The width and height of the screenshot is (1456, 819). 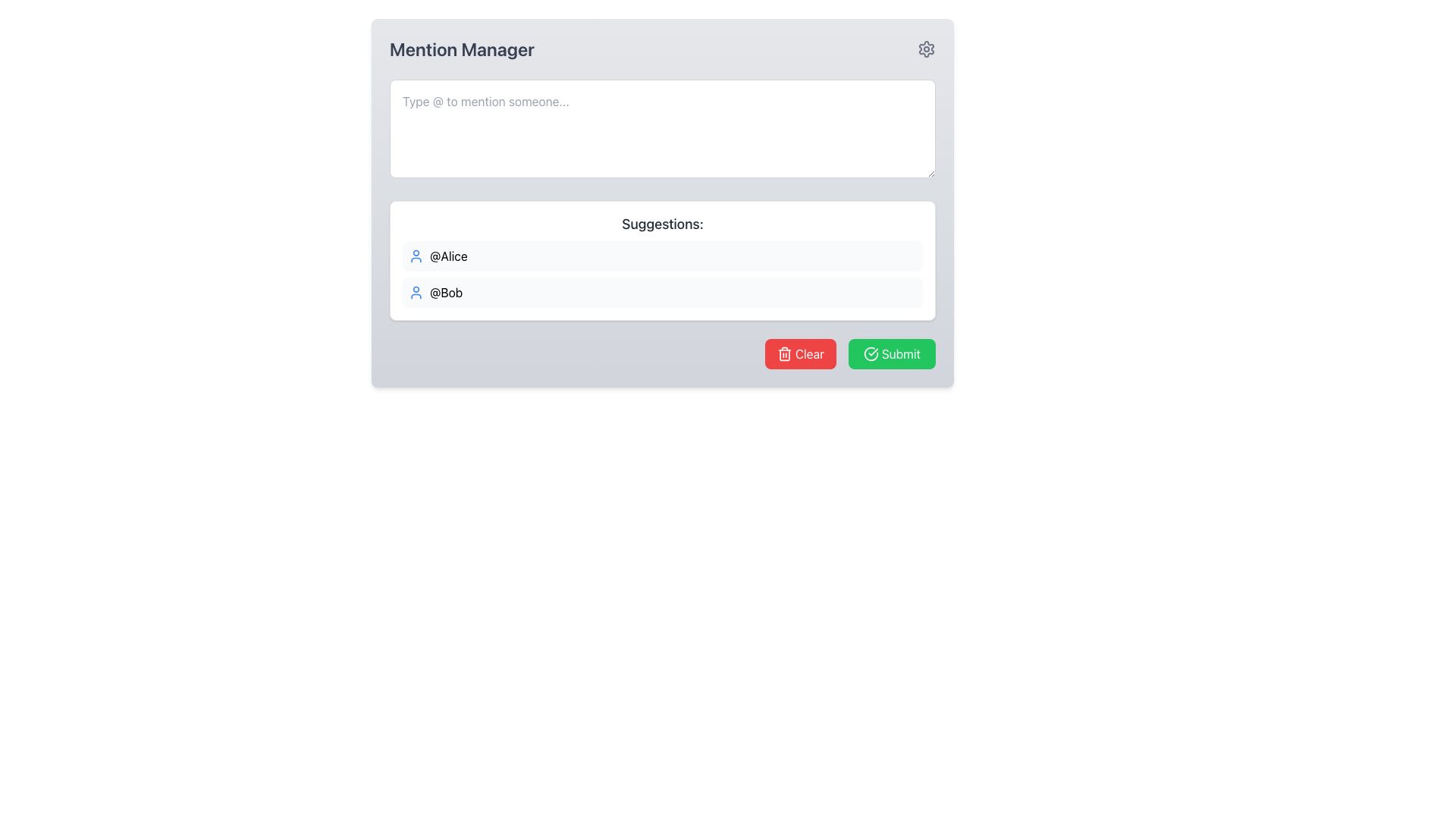 I want to click on the user icon representing '@Bob' in the suggestions list to confirm selection, so click(x=416, y=292).